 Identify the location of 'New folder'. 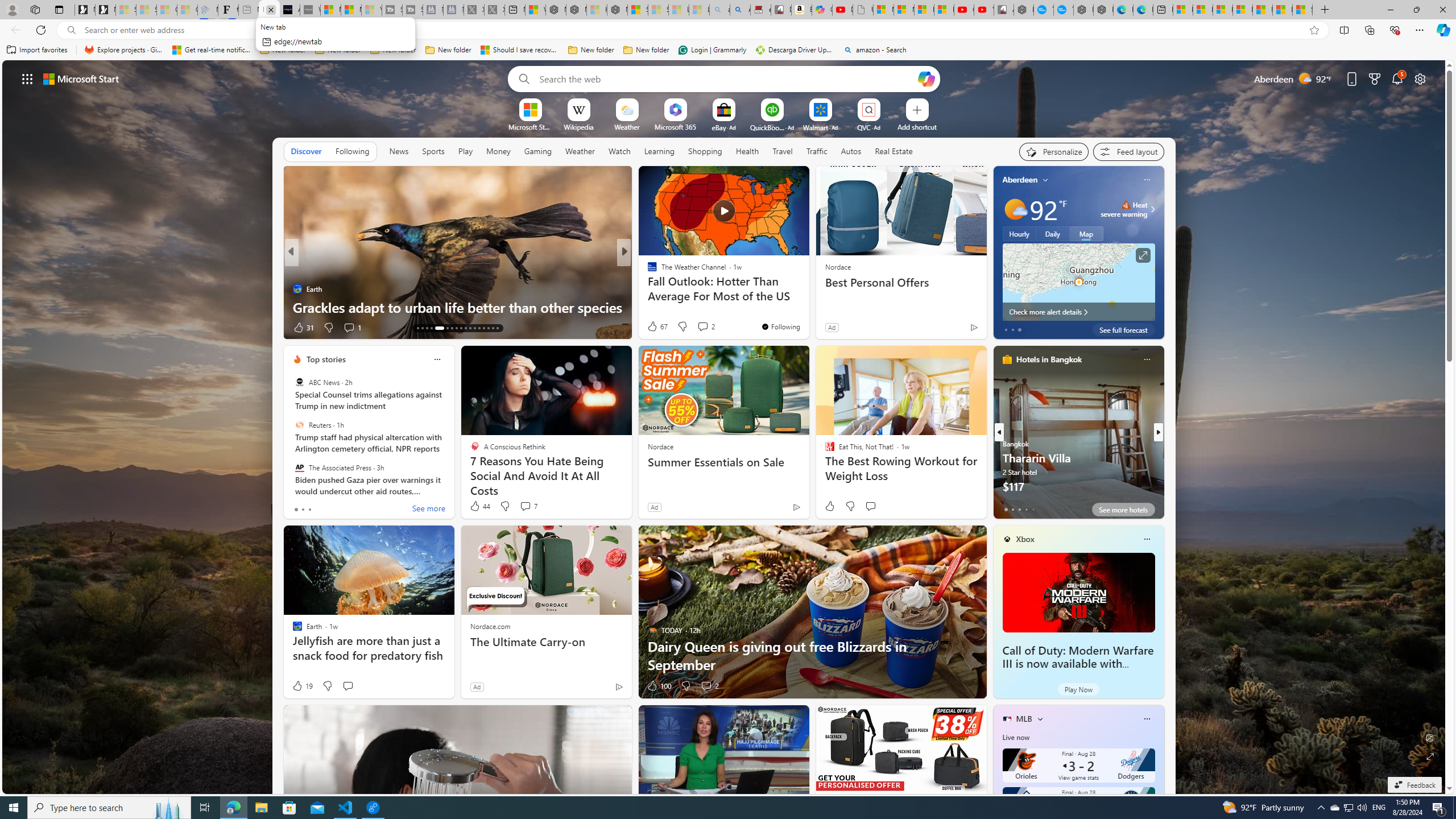
(646, 49).